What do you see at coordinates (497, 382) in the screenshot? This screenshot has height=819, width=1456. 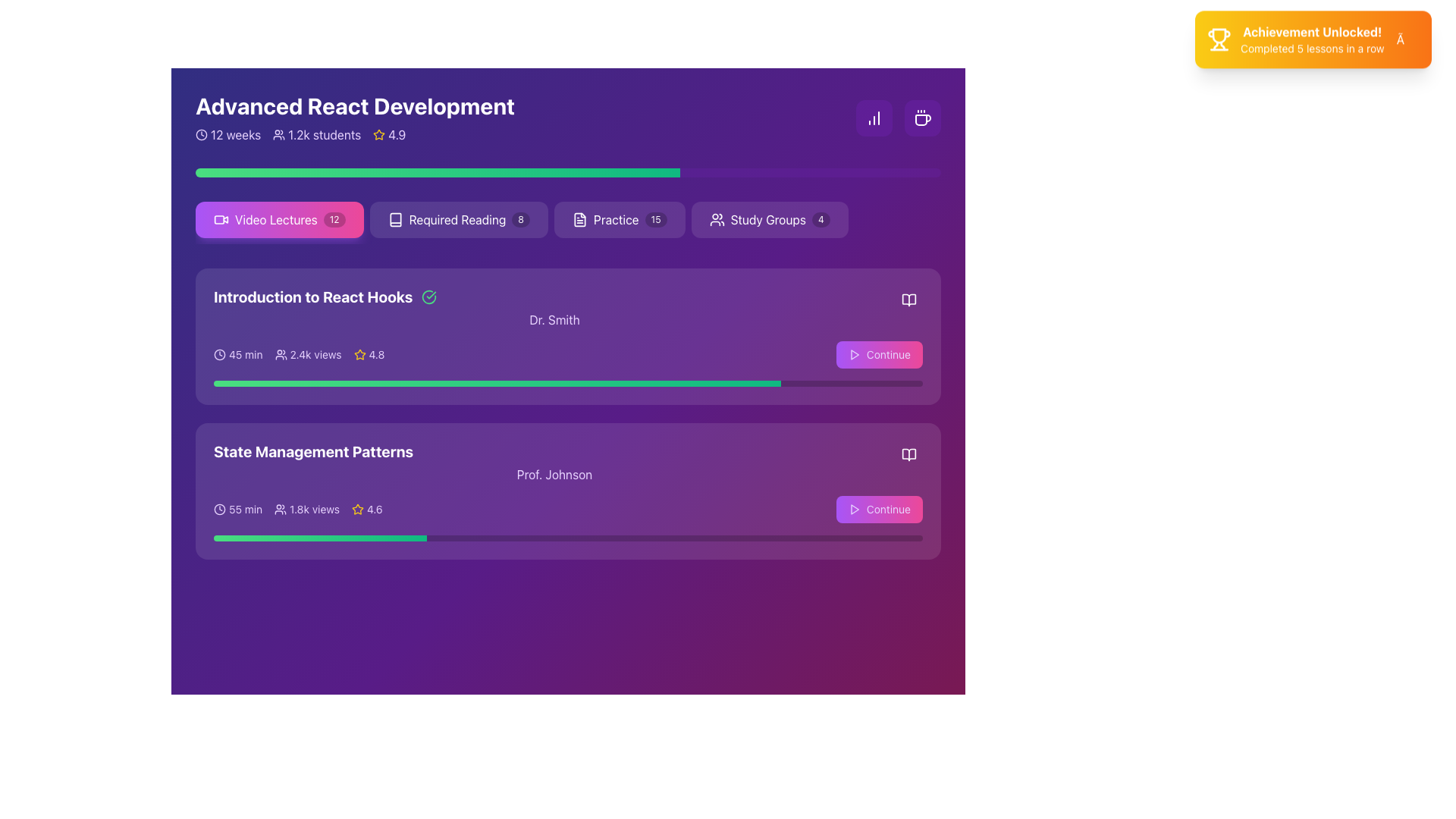 I see `the inner indicator of the progress bar that visually represents the completion of the lesson on 'Introduction to React Hooks'` at bounding box center [497, 382].